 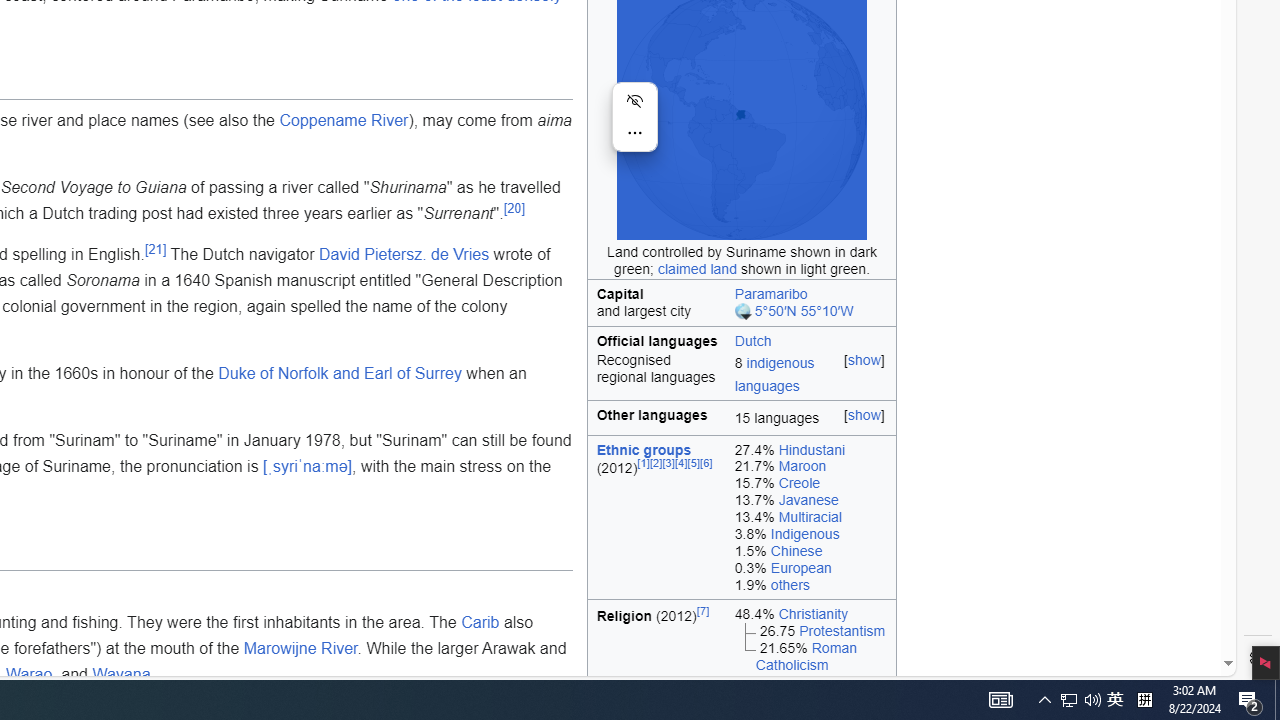 I want to click on '[21]', so click(x=153, y=248).